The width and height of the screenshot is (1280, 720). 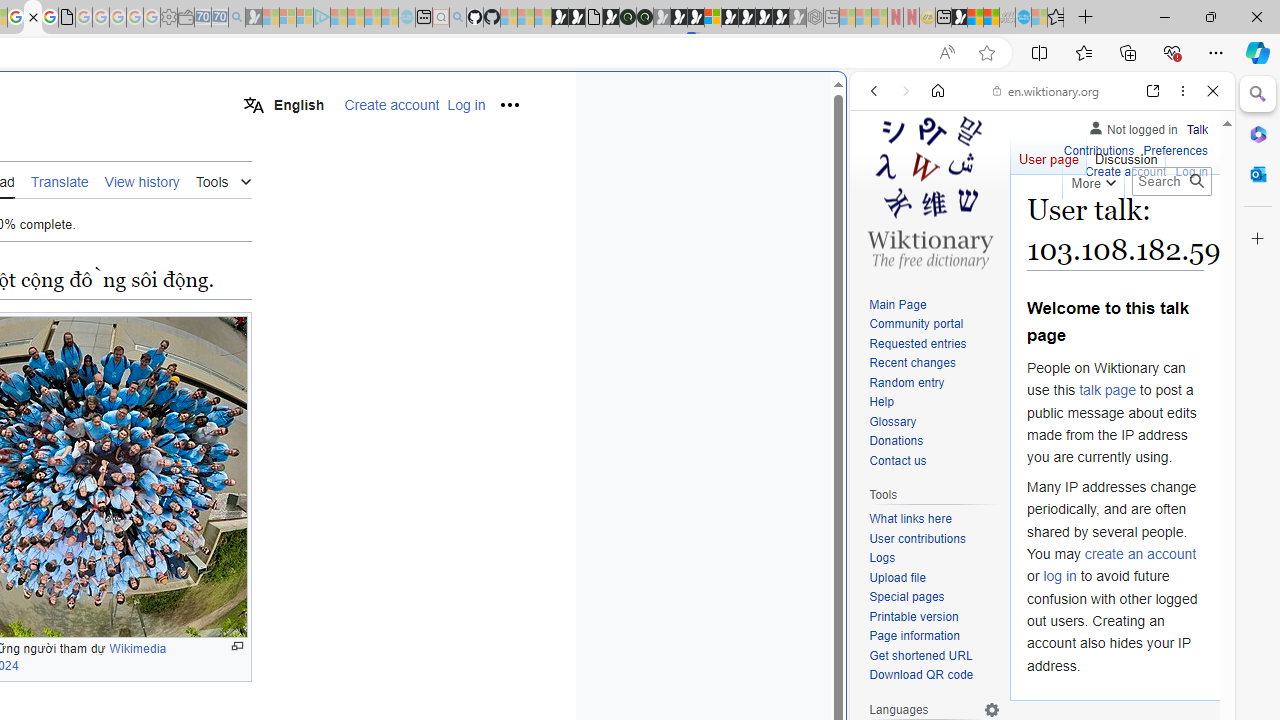 I want to click on 'Log in', so click(x=1191, y=168).